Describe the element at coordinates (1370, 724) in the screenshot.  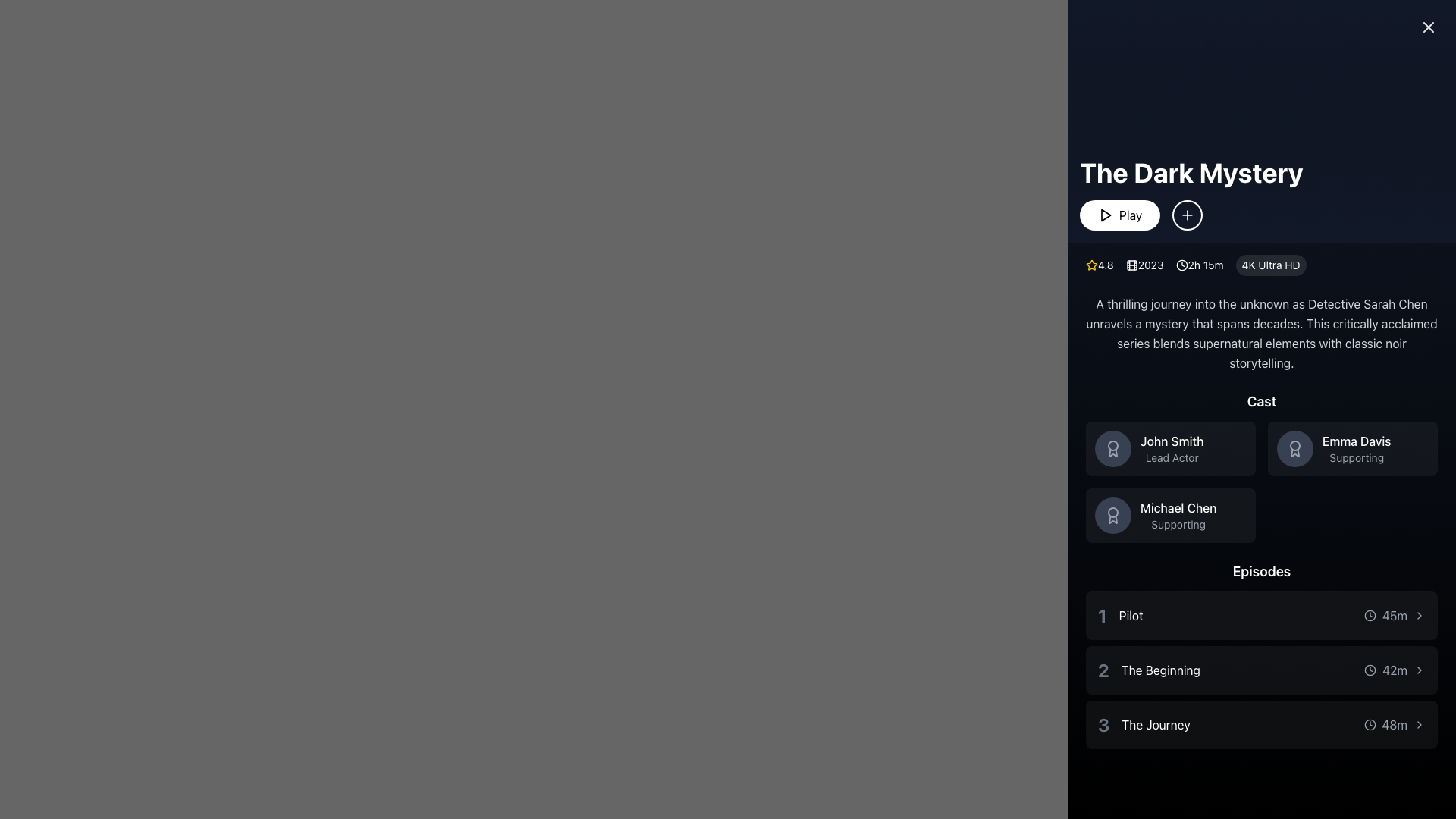
I see `the clock icon representing the duration of the episode 'The Journey', which is located to the left of the text '48m'` at that location.